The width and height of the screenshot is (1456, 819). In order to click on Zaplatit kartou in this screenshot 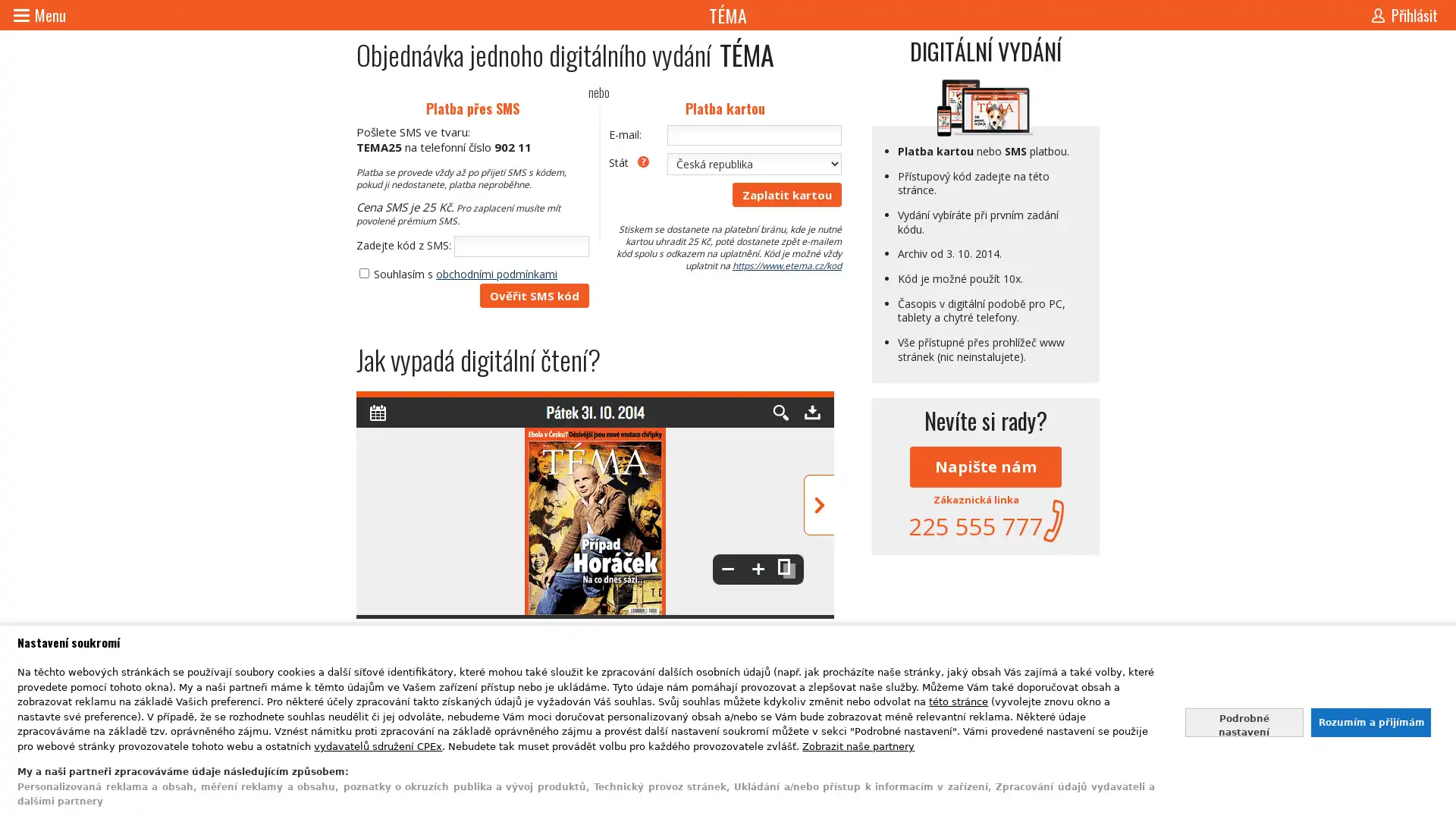, I will do `click(786, 193)`.